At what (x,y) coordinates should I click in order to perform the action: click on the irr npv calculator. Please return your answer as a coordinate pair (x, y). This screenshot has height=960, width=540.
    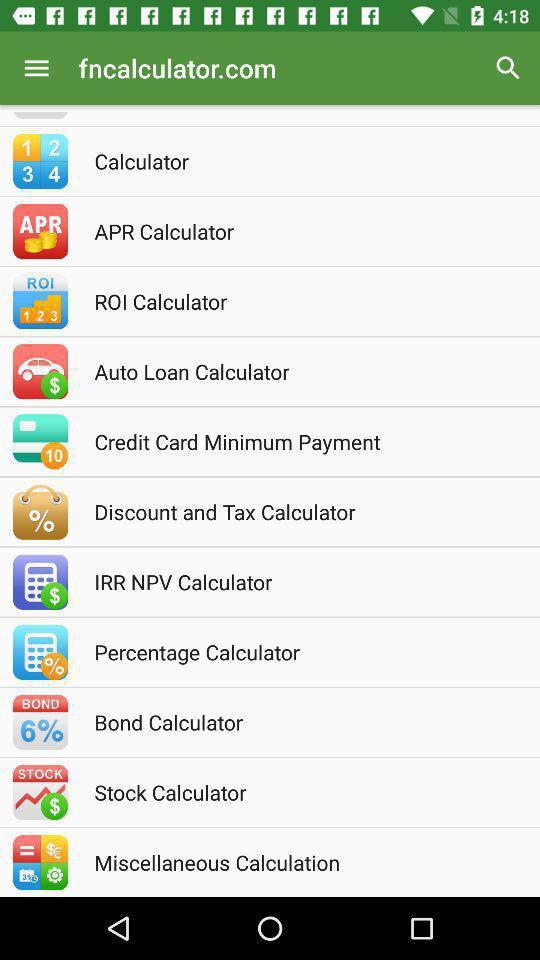
    Looking at the image, I should click on (296, 581).